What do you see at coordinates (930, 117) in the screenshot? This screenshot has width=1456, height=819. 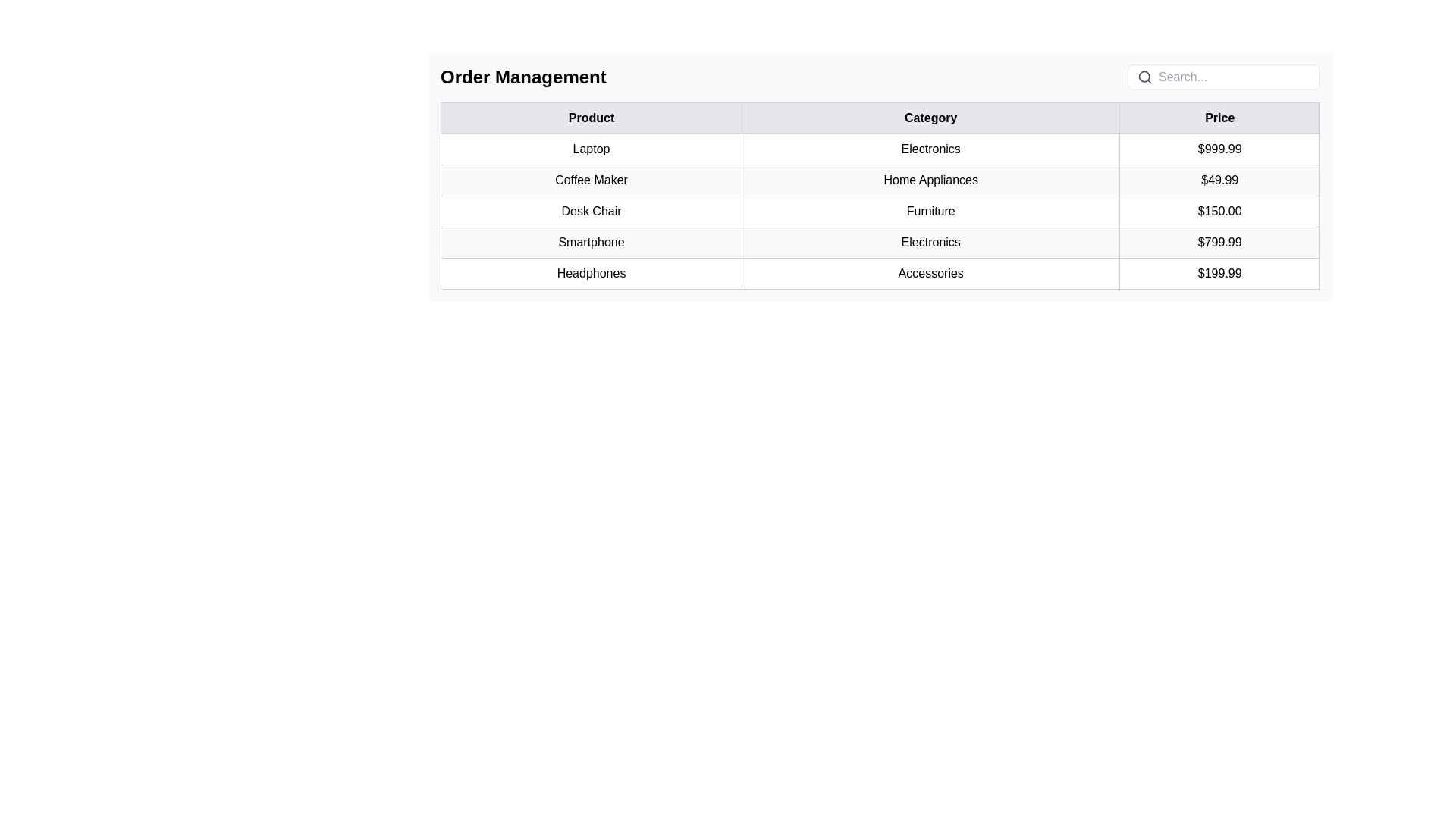 I see `the column header text indicating product categories in the table, which is the second header from the left` at bounding box center [930, 117].